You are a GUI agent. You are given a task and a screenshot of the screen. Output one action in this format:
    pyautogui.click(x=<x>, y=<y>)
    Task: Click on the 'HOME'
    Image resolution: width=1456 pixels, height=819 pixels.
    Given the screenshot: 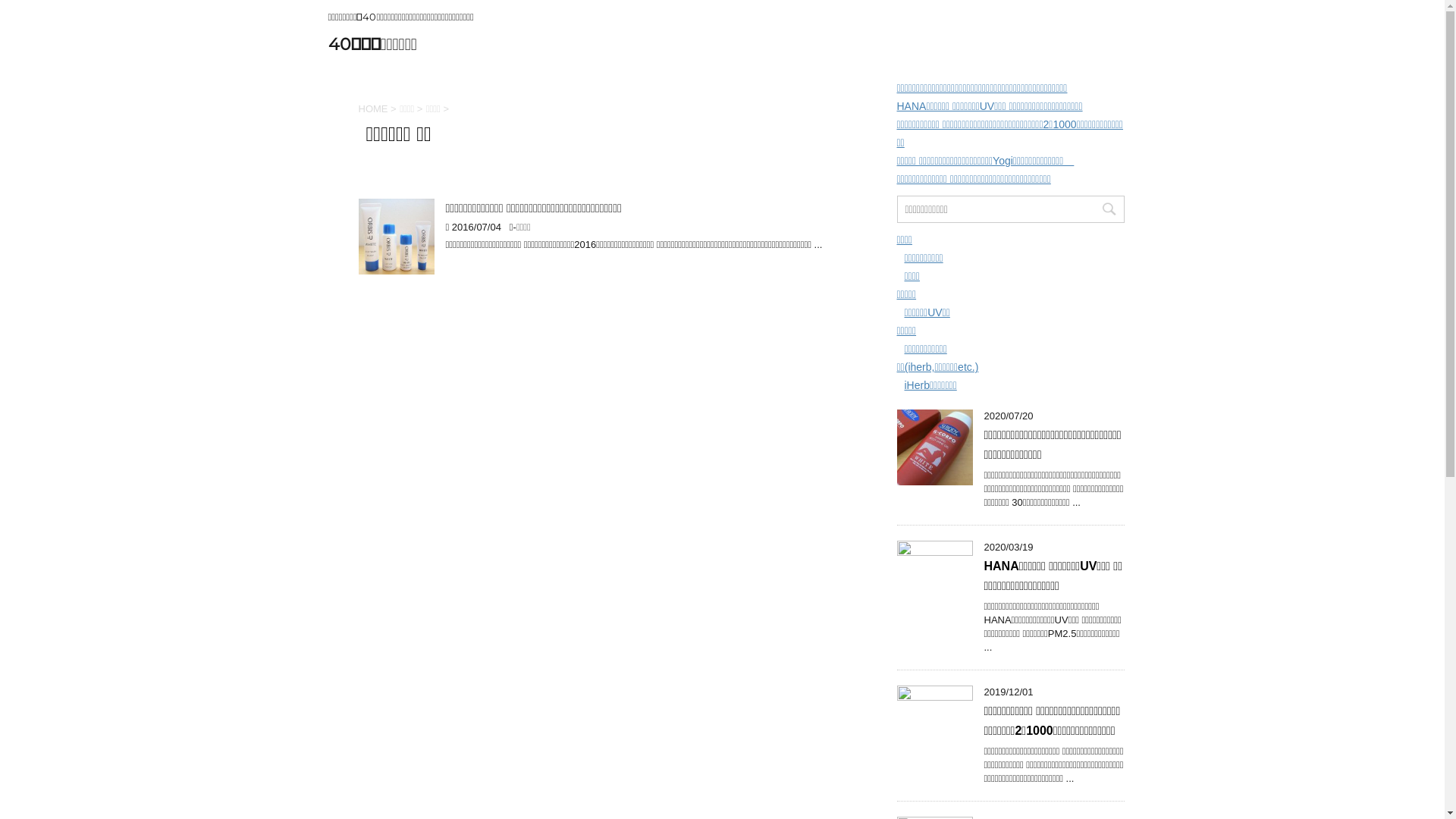 What is the action you would take?
    pyautogui.click(x=372, y=108)
    